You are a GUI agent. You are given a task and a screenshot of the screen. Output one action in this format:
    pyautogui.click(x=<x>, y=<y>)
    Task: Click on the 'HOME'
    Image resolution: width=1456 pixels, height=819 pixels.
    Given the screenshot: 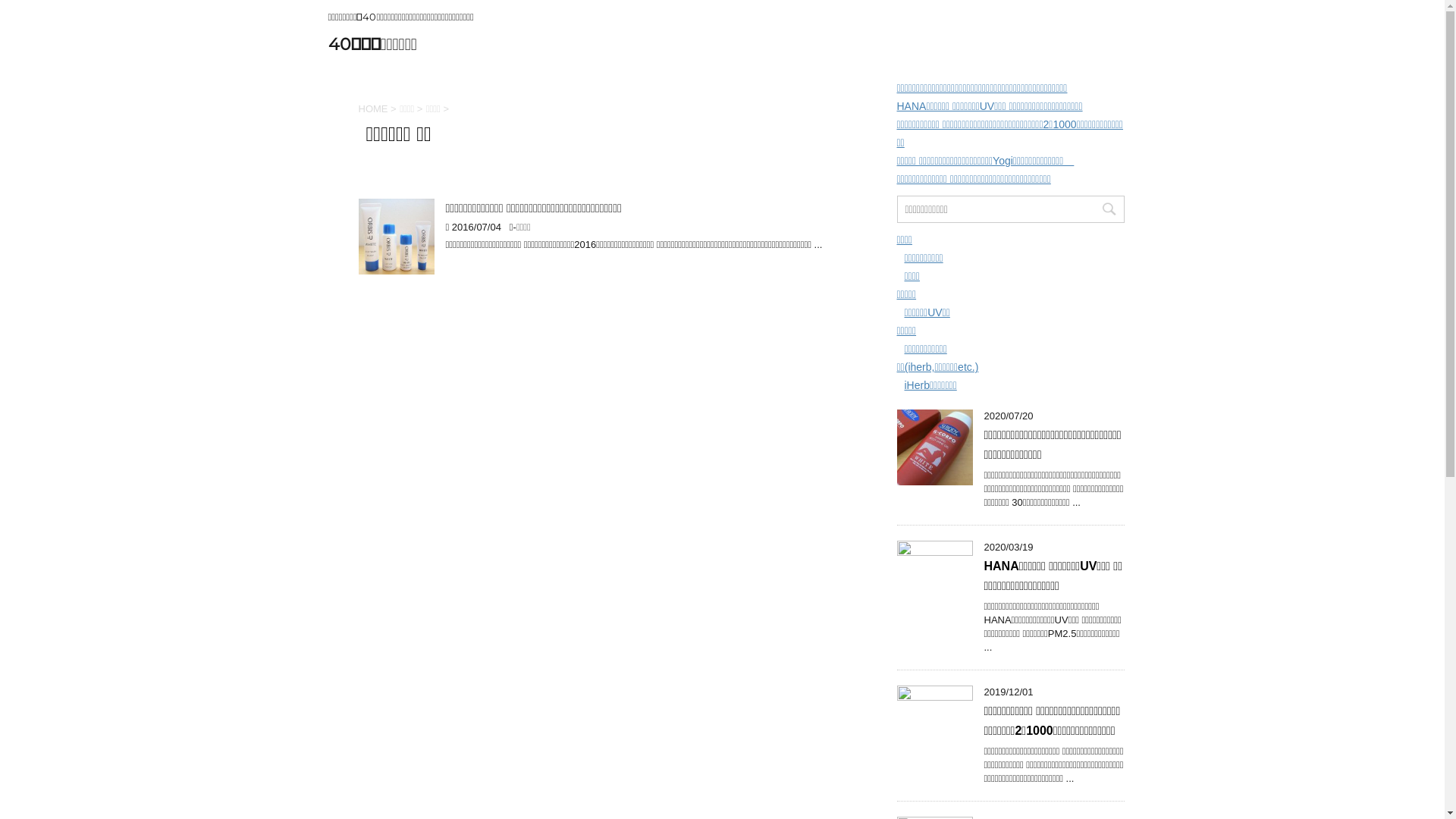 What is the action you would take?
    pyautogui.click(x=372, y=108)
    